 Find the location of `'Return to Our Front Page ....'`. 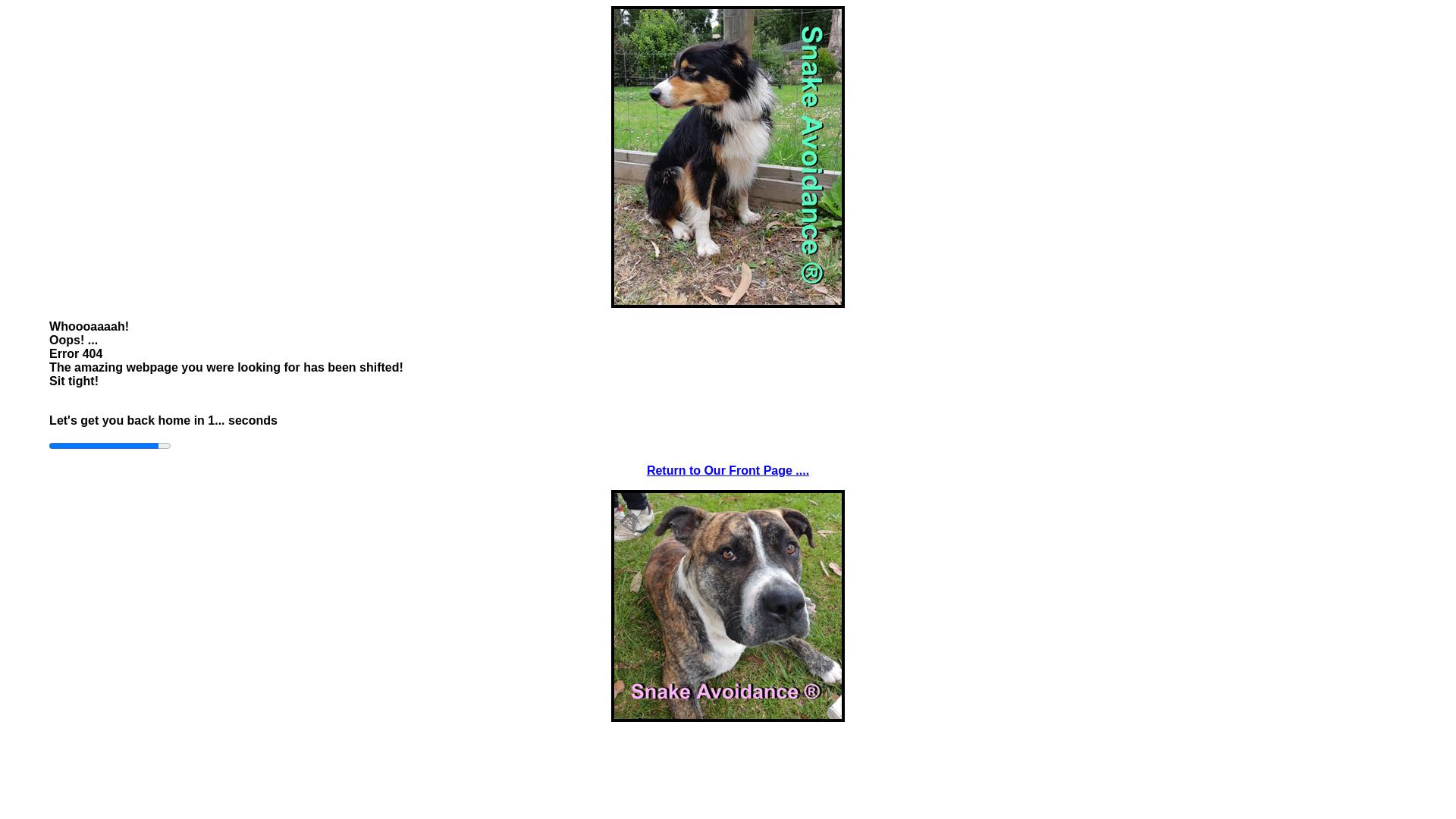

'Return to Our Front Page ....' is located at coordinates (728, 469).